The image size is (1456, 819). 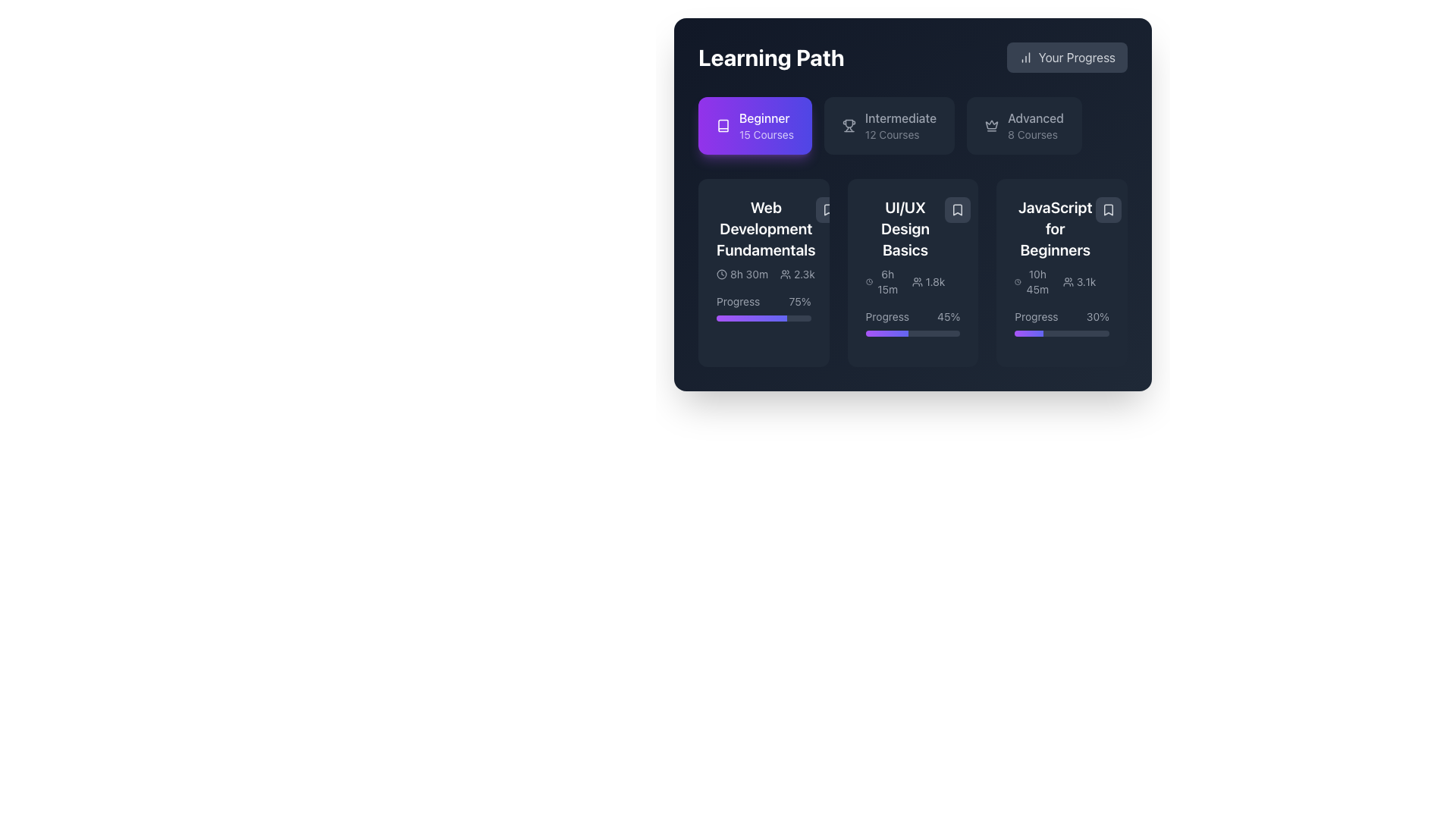 What do you see at coordinates (957, 210) in the screenshot?
I see `the bookmark icon located in the top-right corner of the 'UI/UX Design Basics' card` at bounding box center [957, 210].